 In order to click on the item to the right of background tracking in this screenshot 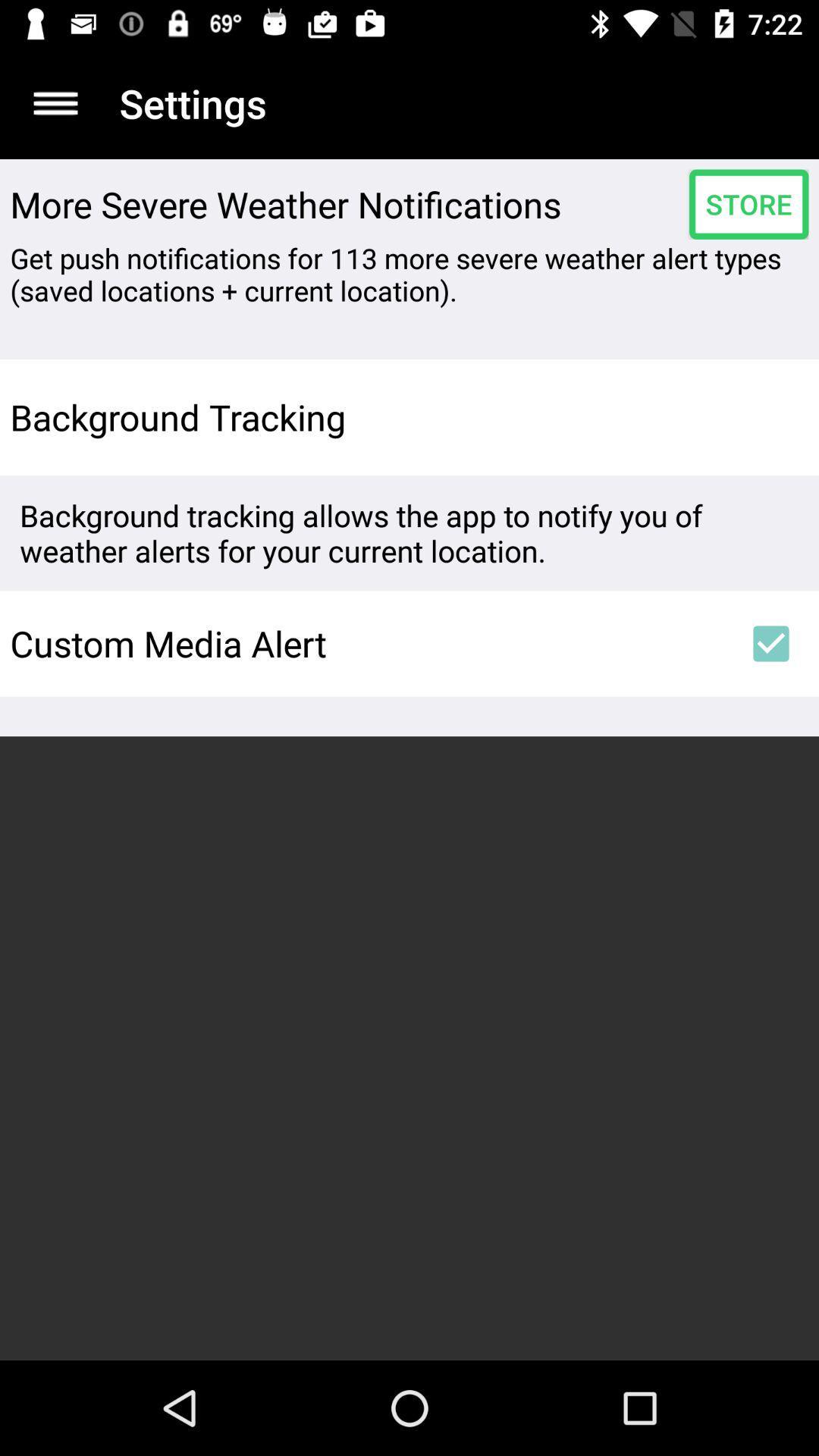, I will do `click(771, 417)`.